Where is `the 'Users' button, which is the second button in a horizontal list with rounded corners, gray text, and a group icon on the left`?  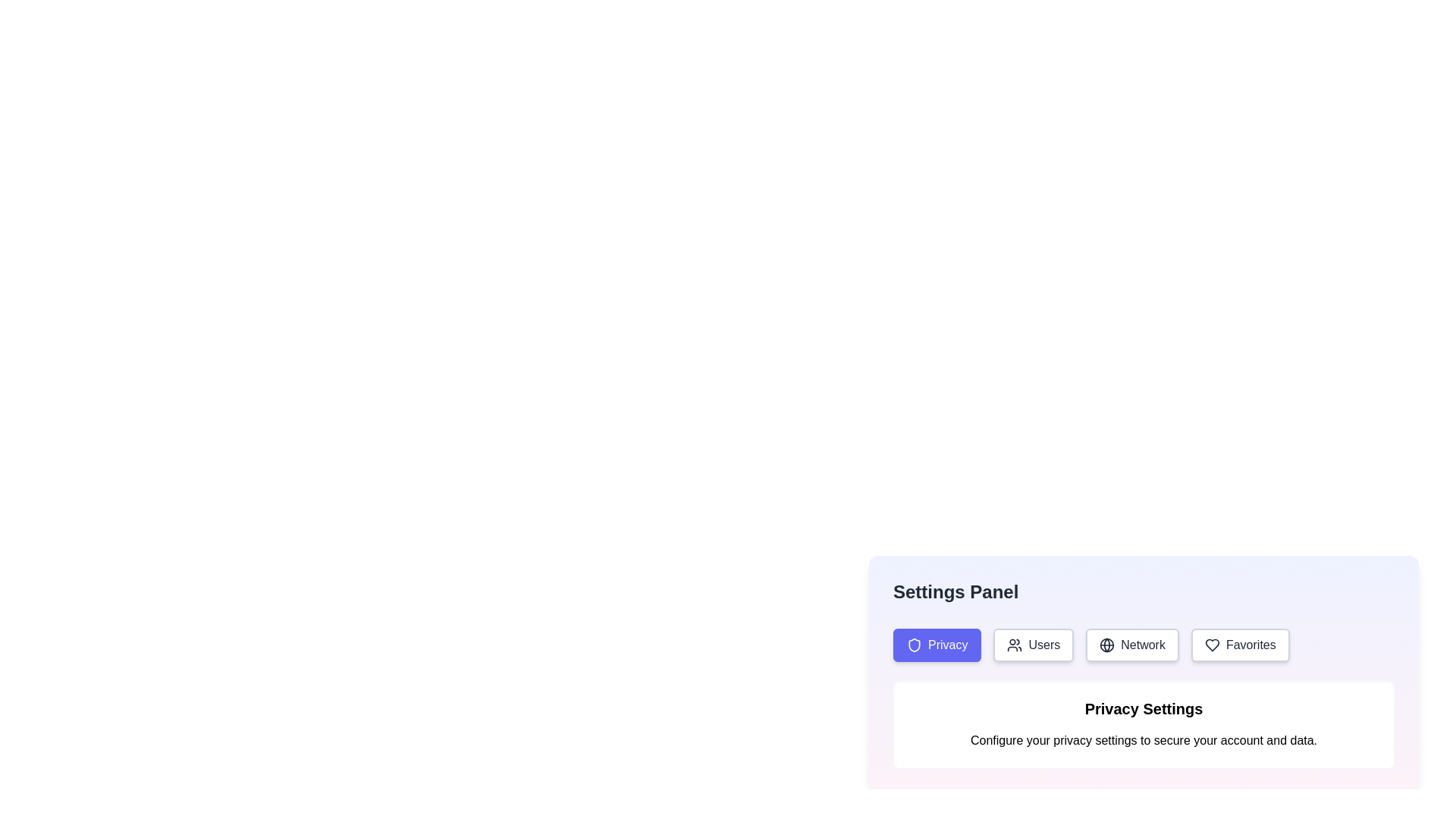 the 'Users' button, which is the second button in a horizontal list with rounded corners, gray text, and a group icon on the left is located at coordinates (1033, 645).